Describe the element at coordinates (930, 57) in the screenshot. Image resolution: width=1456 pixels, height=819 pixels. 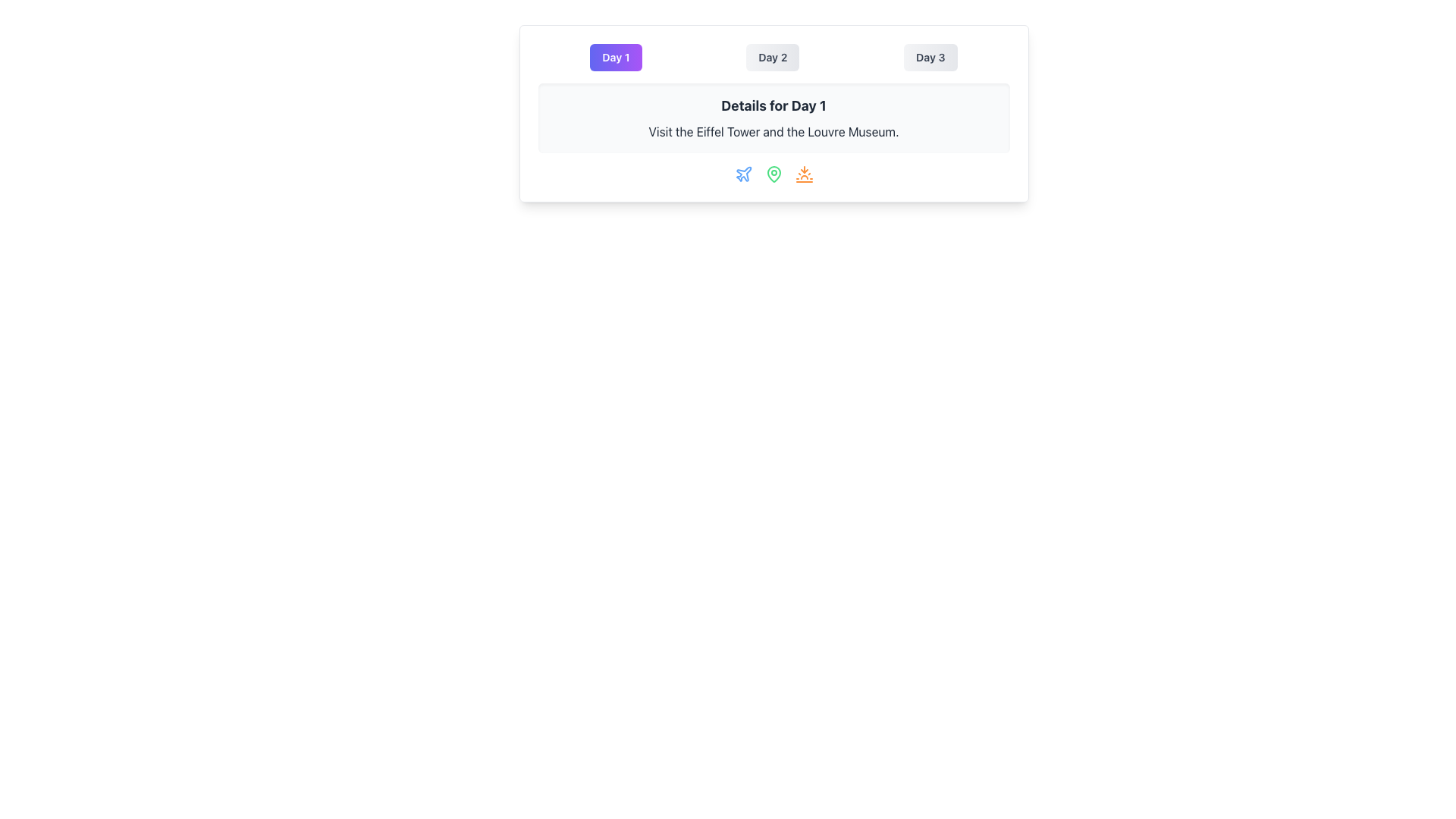
I see `the third button labeled 'Day 3'` at that location.